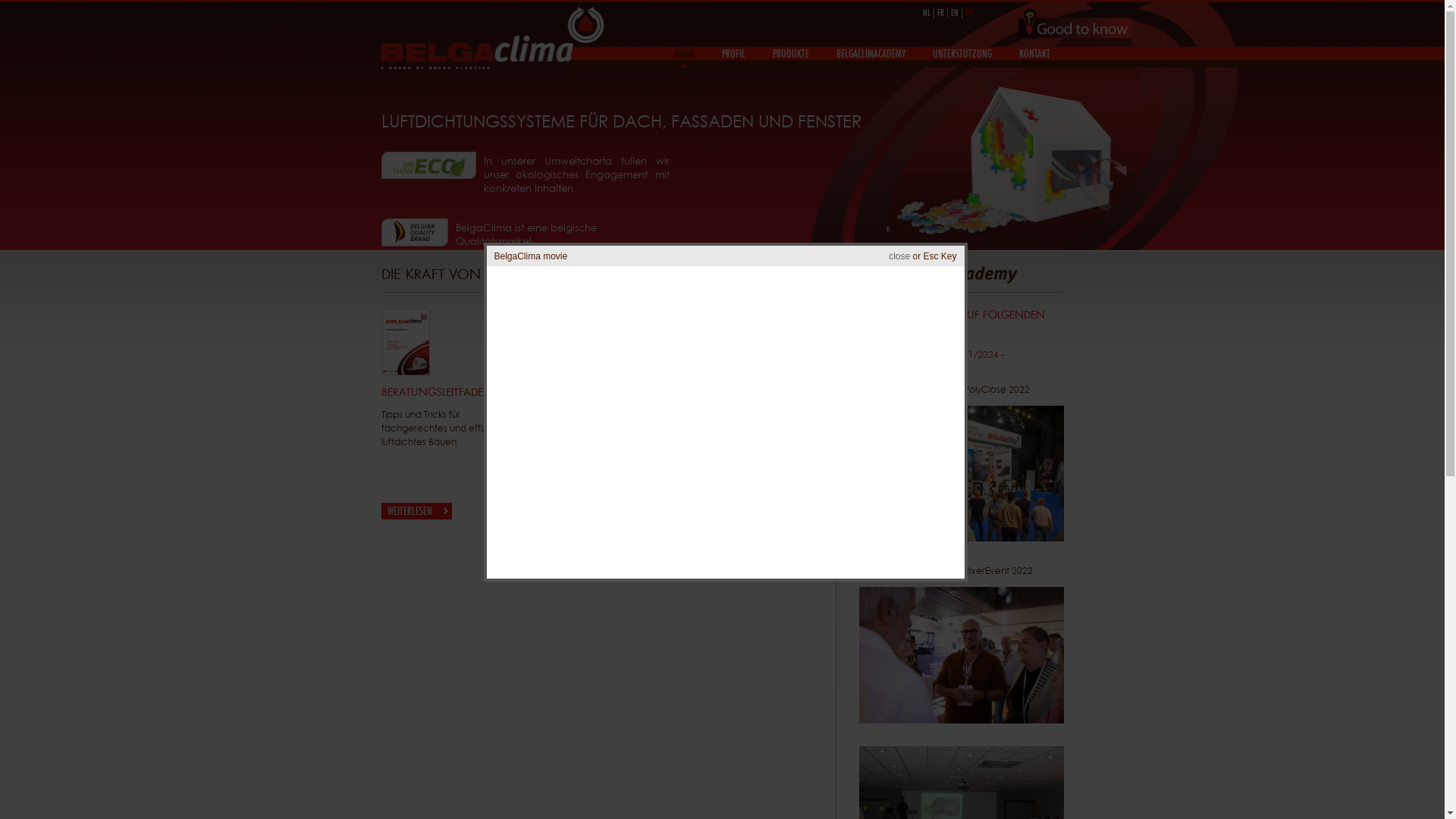 The height and width of the screenshot is (819, 1456). Describe the element at coordinates (1005, 52) in the screenshot. I see `'KONTAKT'` at that location.